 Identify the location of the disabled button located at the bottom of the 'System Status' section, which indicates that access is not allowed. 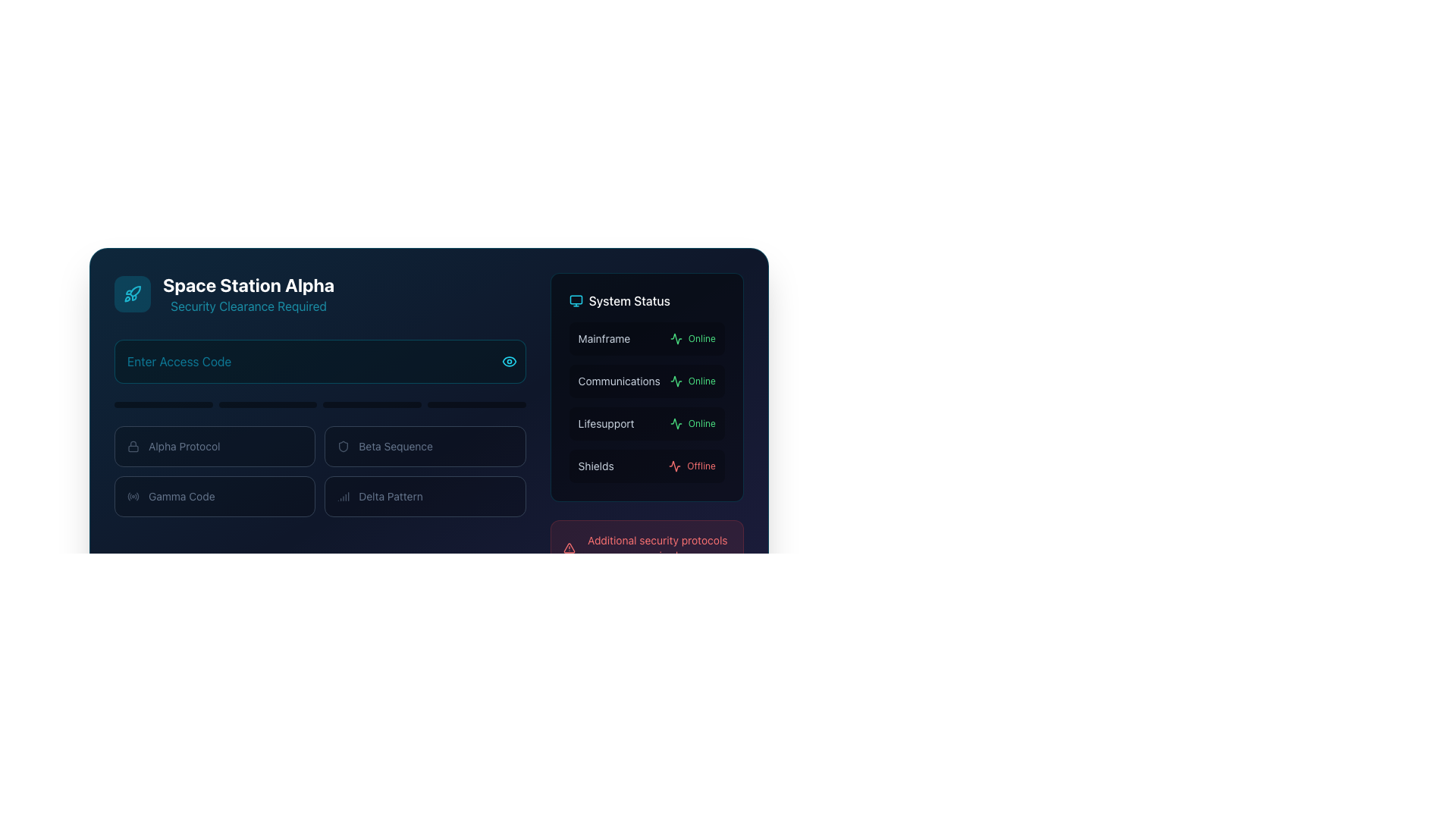
(647, 616).